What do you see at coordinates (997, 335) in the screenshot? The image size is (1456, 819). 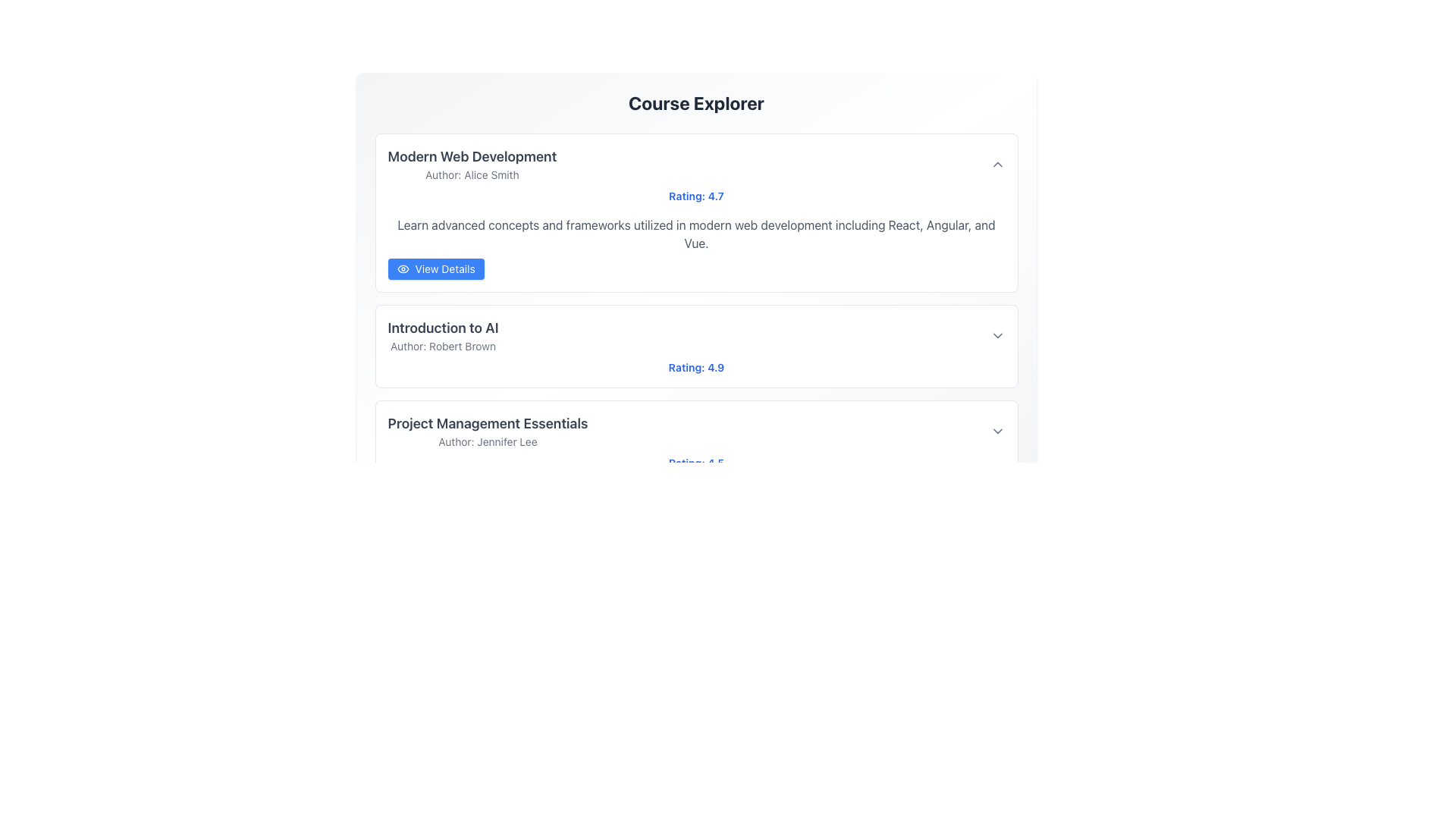 I see `the button located at the far right of the 'Introduction to AI' section` at bounding box center [997, 335].